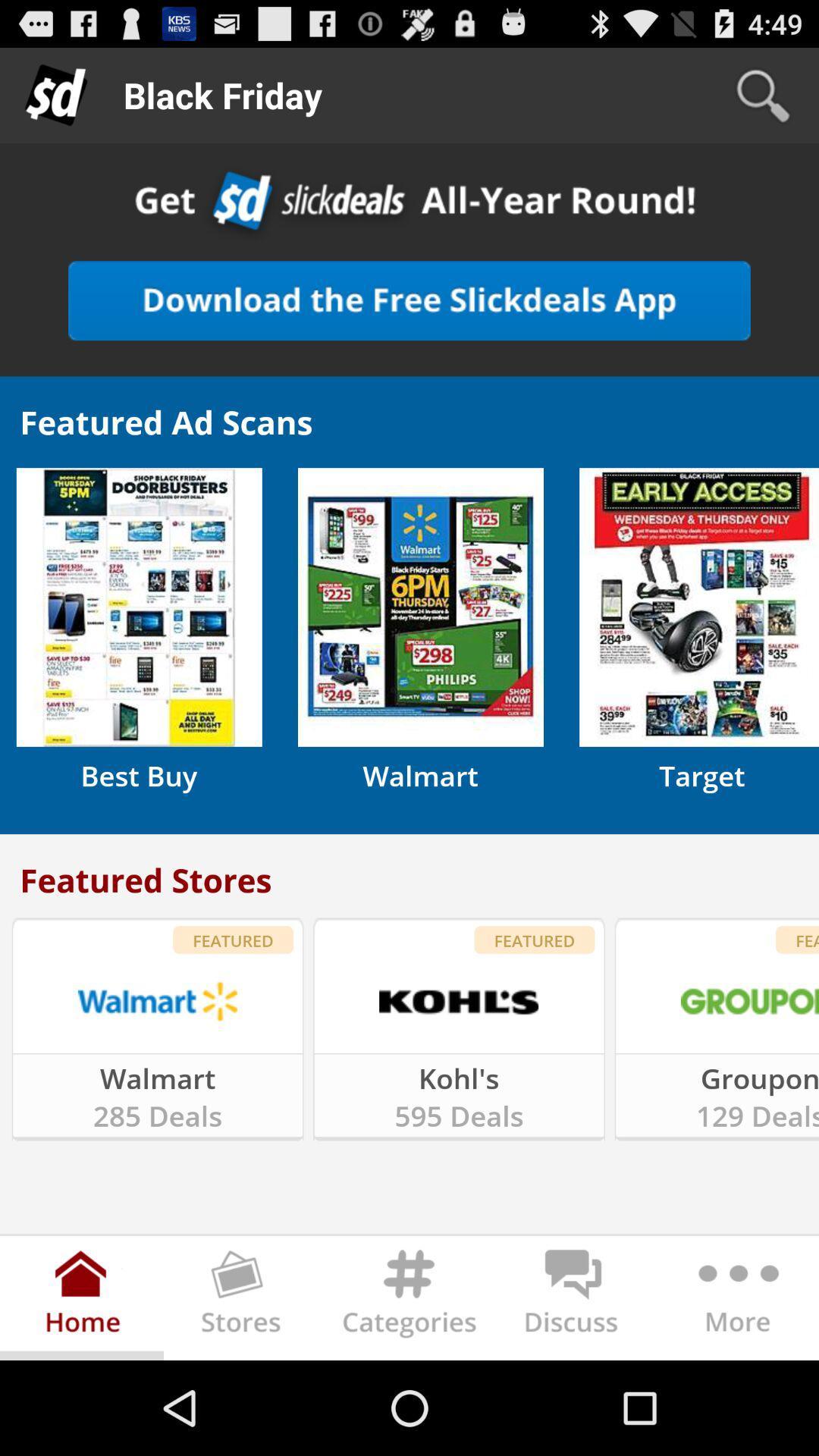 This screenshot has width=819, height=1456. I want to click on more at the bottom of the page, so click(736, 1300).